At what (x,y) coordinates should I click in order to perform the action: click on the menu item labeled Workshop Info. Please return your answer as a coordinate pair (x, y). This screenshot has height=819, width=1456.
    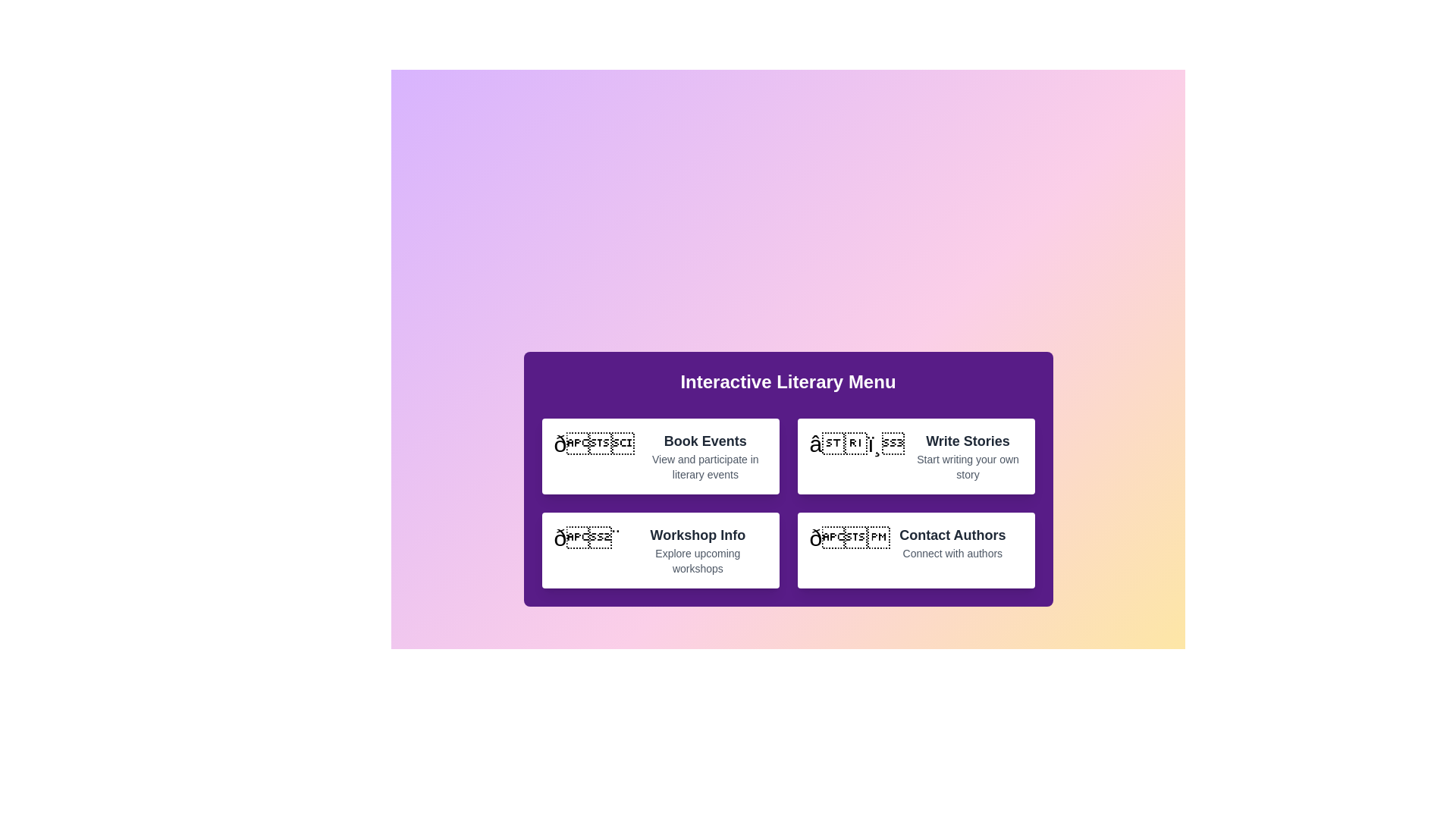
    Looking at the image, I should click on (660, 550).